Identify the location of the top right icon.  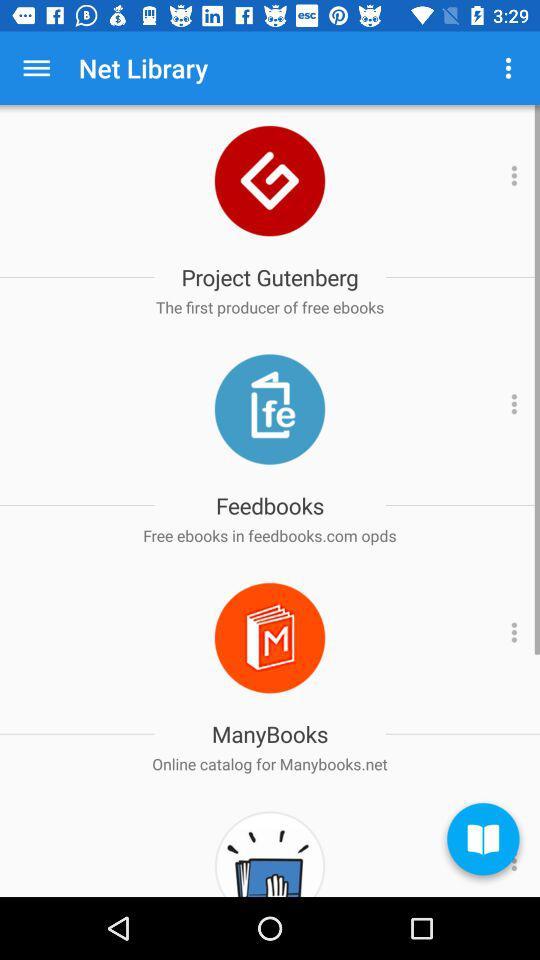
(508, 68).